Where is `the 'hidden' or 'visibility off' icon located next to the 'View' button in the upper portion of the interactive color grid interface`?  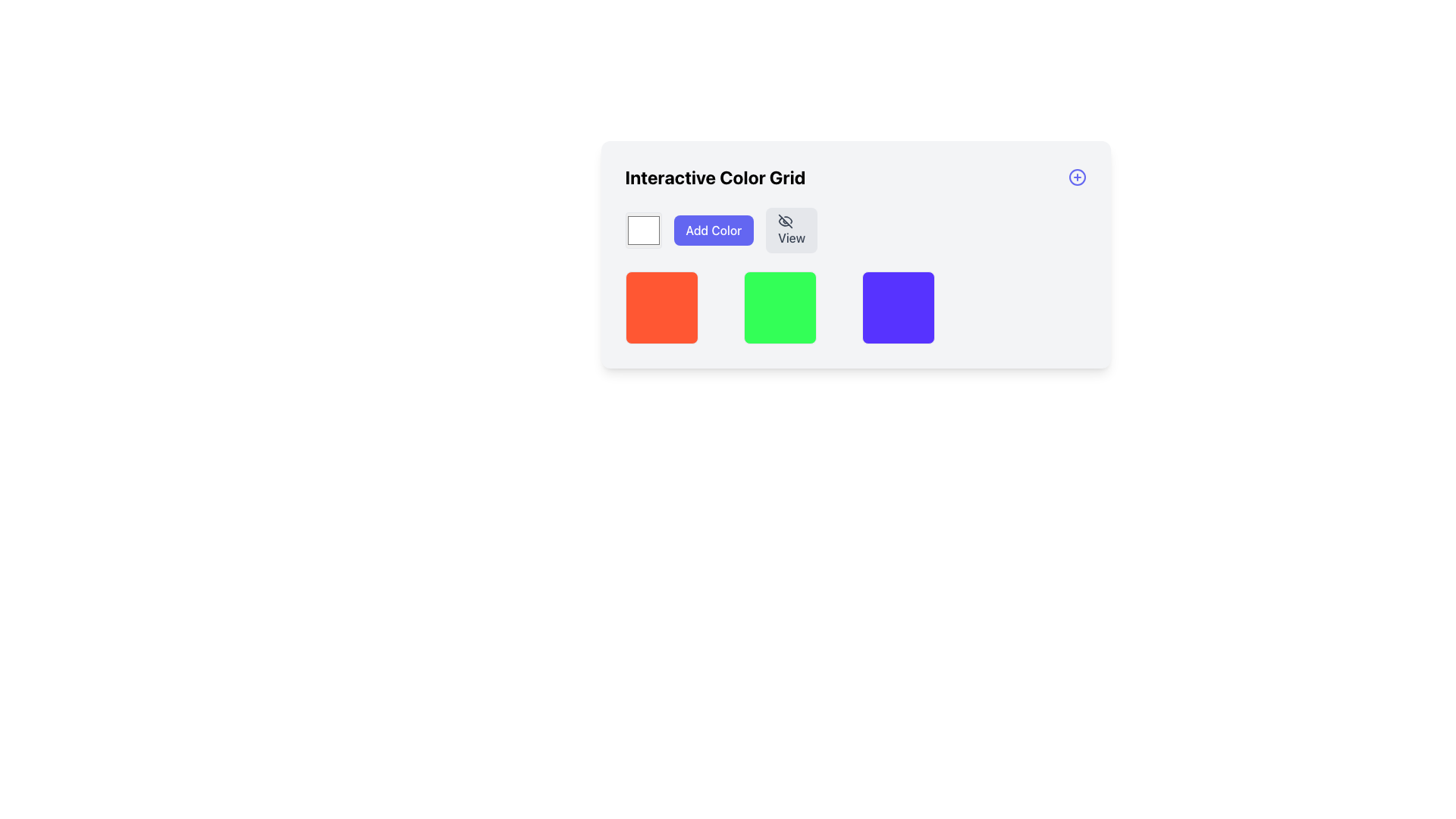
the 'hidden' or 'visibility off' icon located next to the 'View' button in the upper portion of the interactive color grid interface is located at coordinates (786, 221).